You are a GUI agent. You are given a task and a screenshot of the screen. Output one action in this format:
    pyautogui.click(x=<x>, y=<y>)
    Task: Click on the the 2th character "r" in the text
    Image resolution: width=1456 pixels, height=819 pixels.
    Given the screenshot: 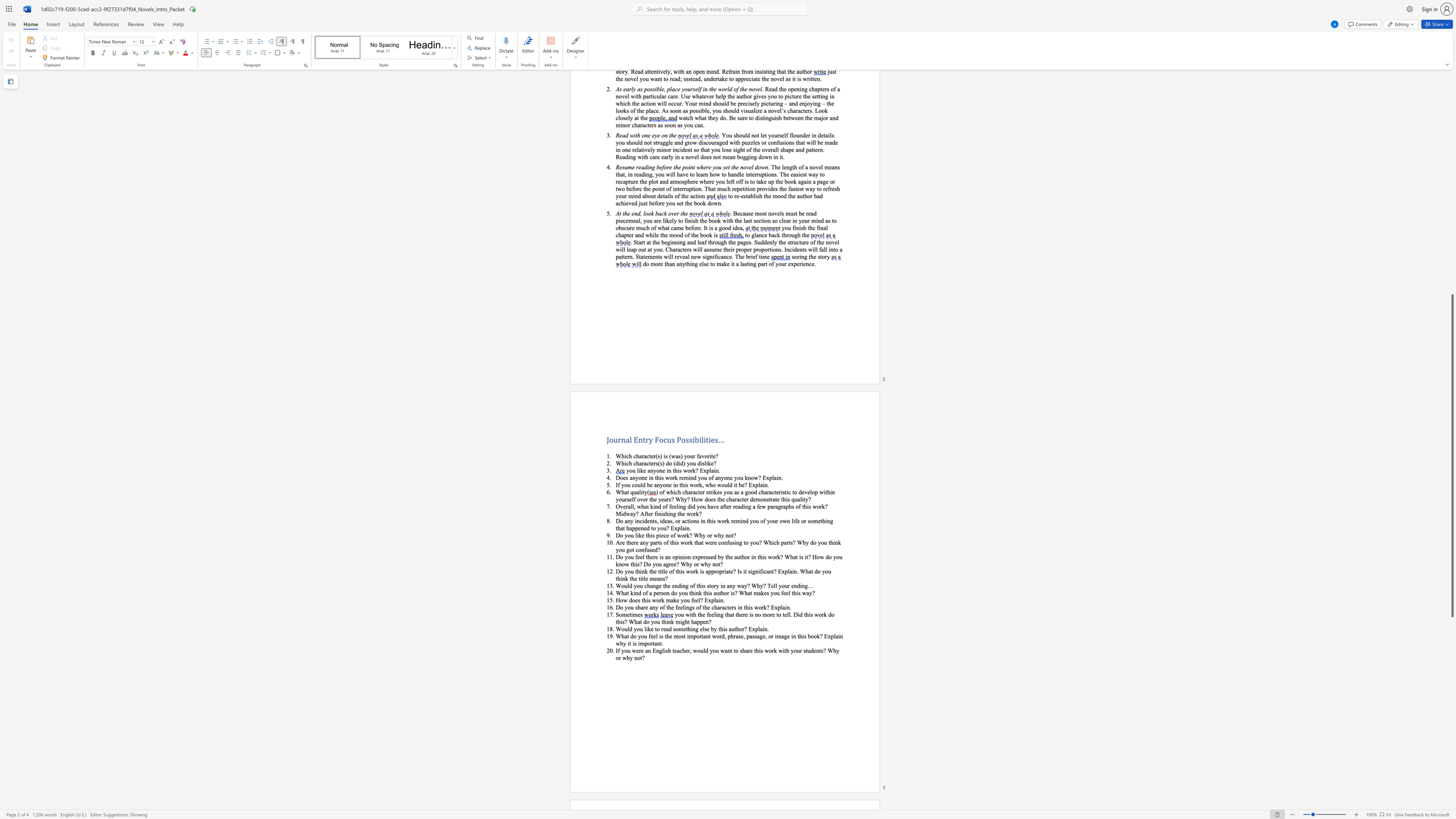 What is the action you would take?
    pyautogui.click(x=647, y=439)
    